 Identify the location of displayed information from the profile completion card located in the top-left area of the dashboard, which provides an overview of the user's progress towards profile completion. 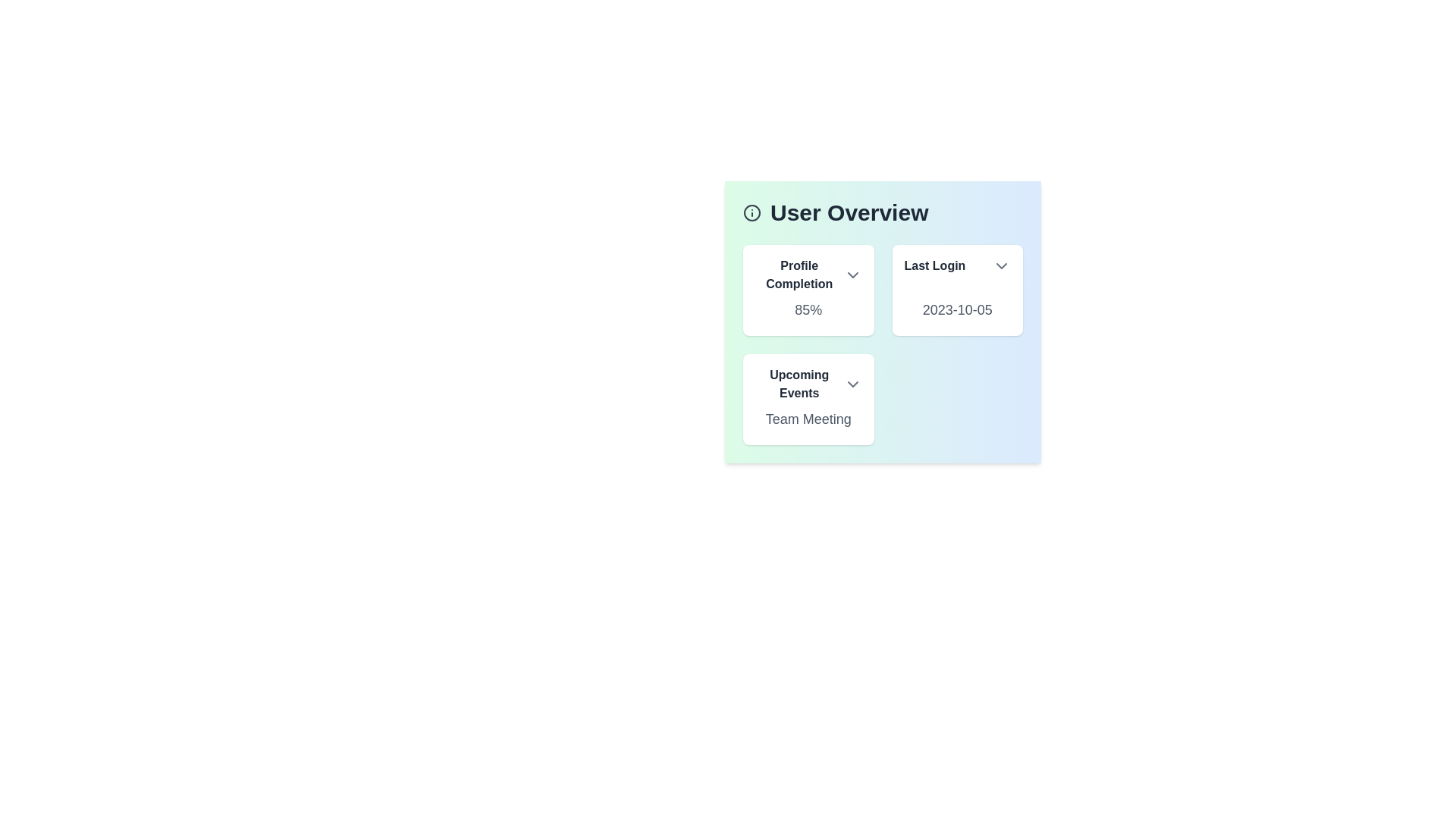
(808, 290).